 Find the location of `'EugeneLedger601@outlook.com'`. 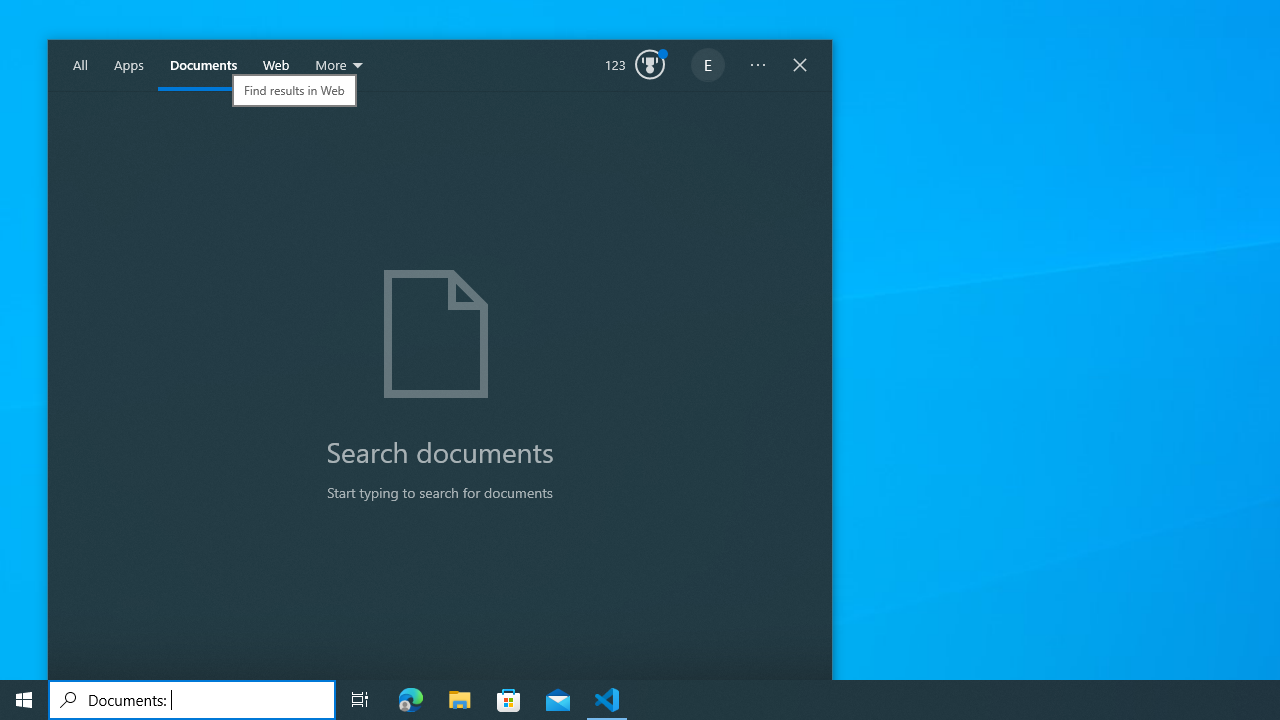

'EugeneLedger601@outlook.com' is located at coordinates (707, 65).